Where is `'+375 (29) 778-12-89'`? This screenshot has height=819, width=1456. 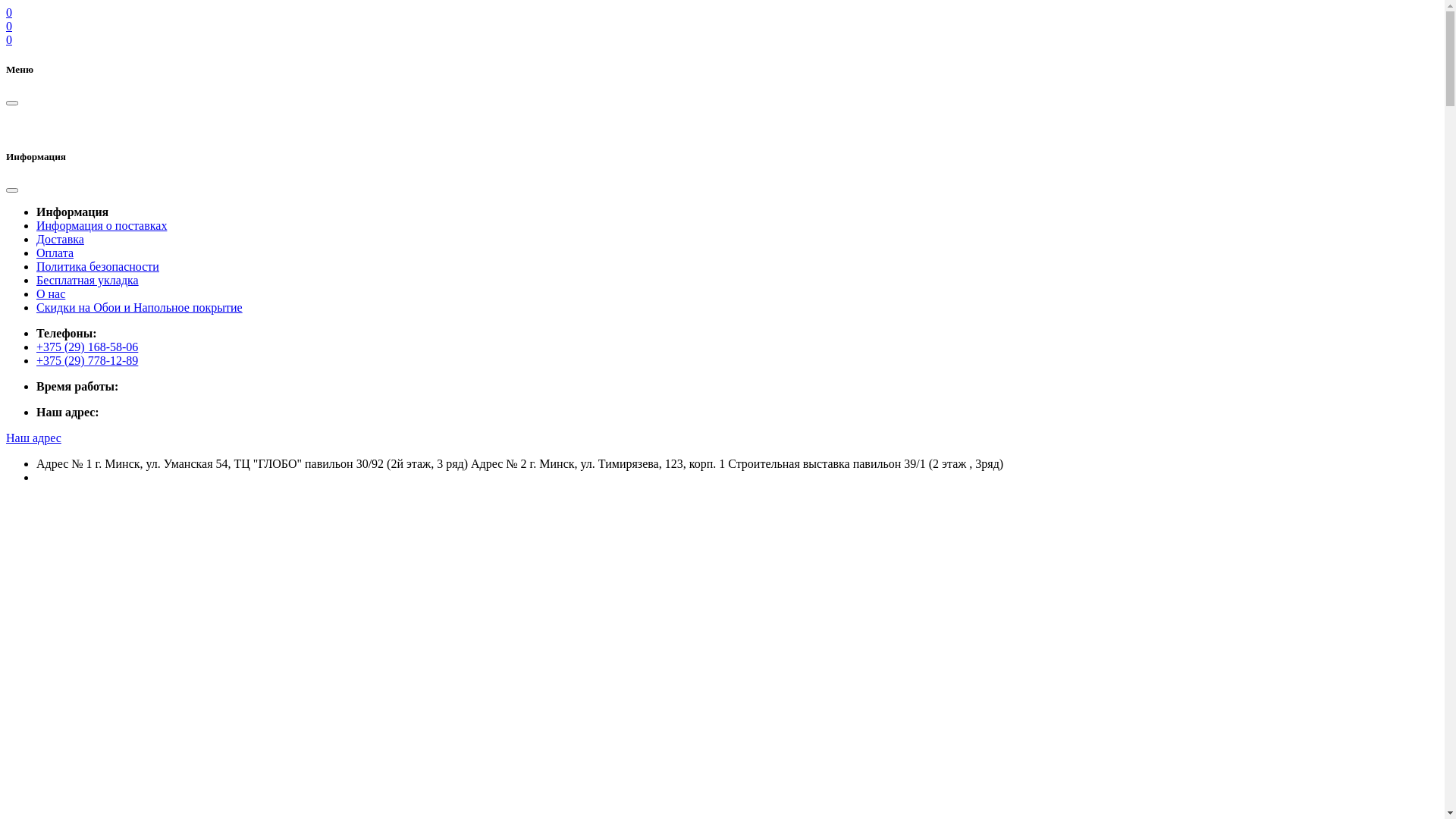 '+375 (29) 778-12-89' is located at coordinates (36, 360).